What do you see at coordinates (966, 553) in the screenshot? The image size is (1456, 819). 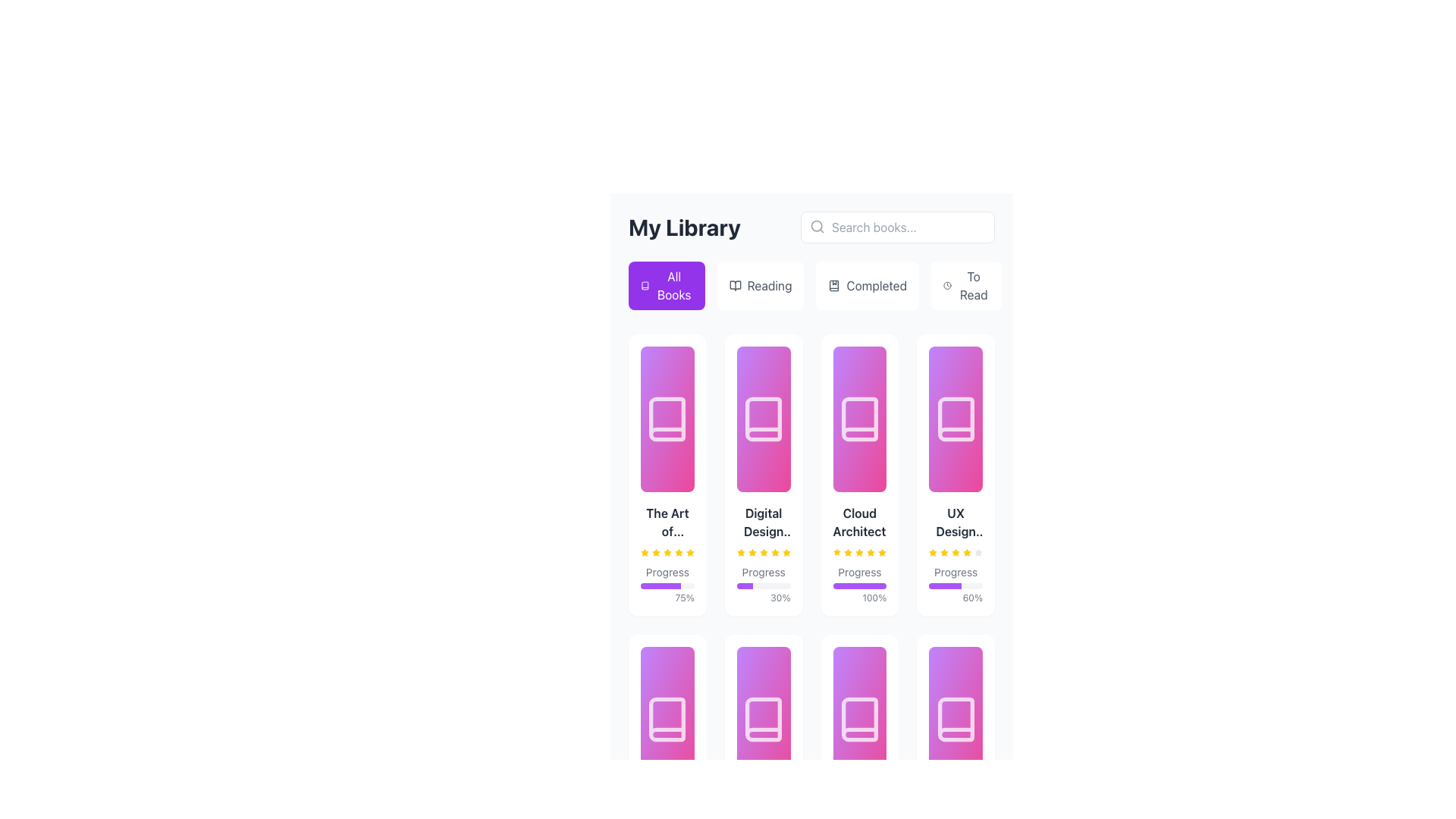 I see `the fourth yellow star in the rating section of the UX Design card, which indicates the selected rating` at bounding box center [966, 553].